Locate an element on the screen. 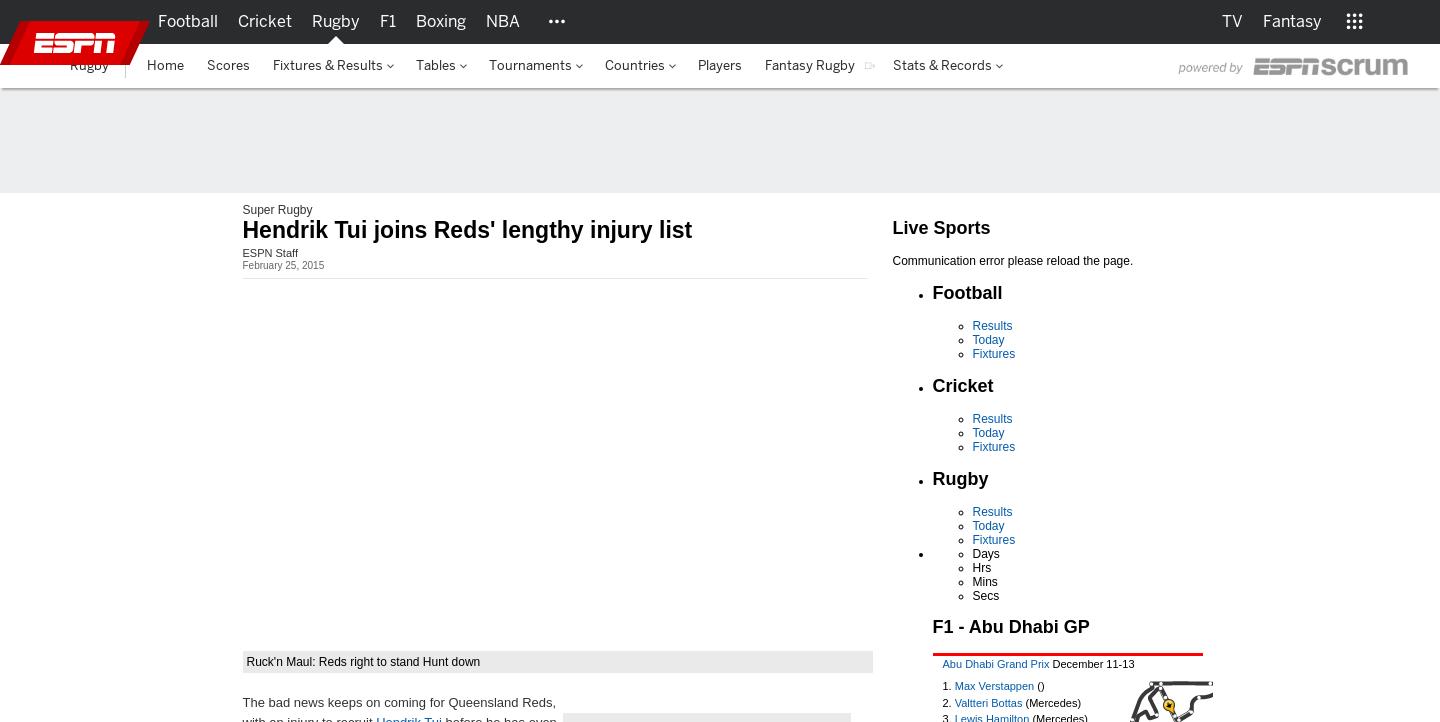 The height and width of the screenshot is (722, 1440). '1.' is located at coordinates (947, 684).